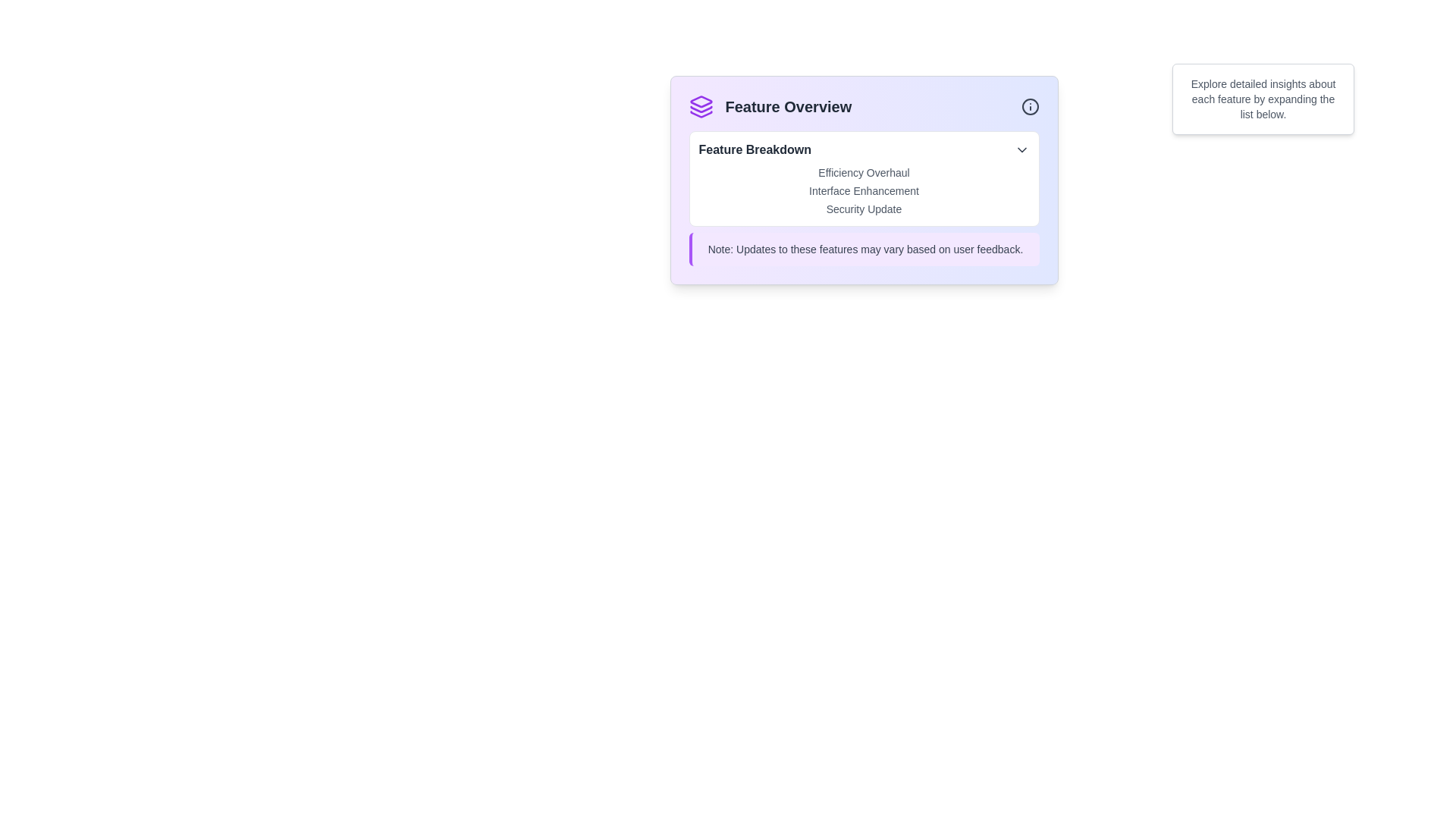 This screenshot has height=819, width=1456. Describe the element at coordinates (864, 209) in the screenshot. I see `the 'Security Update' static text label, which is the last item in the vertically stacked list under 'Feature Breakdown'` at that location.